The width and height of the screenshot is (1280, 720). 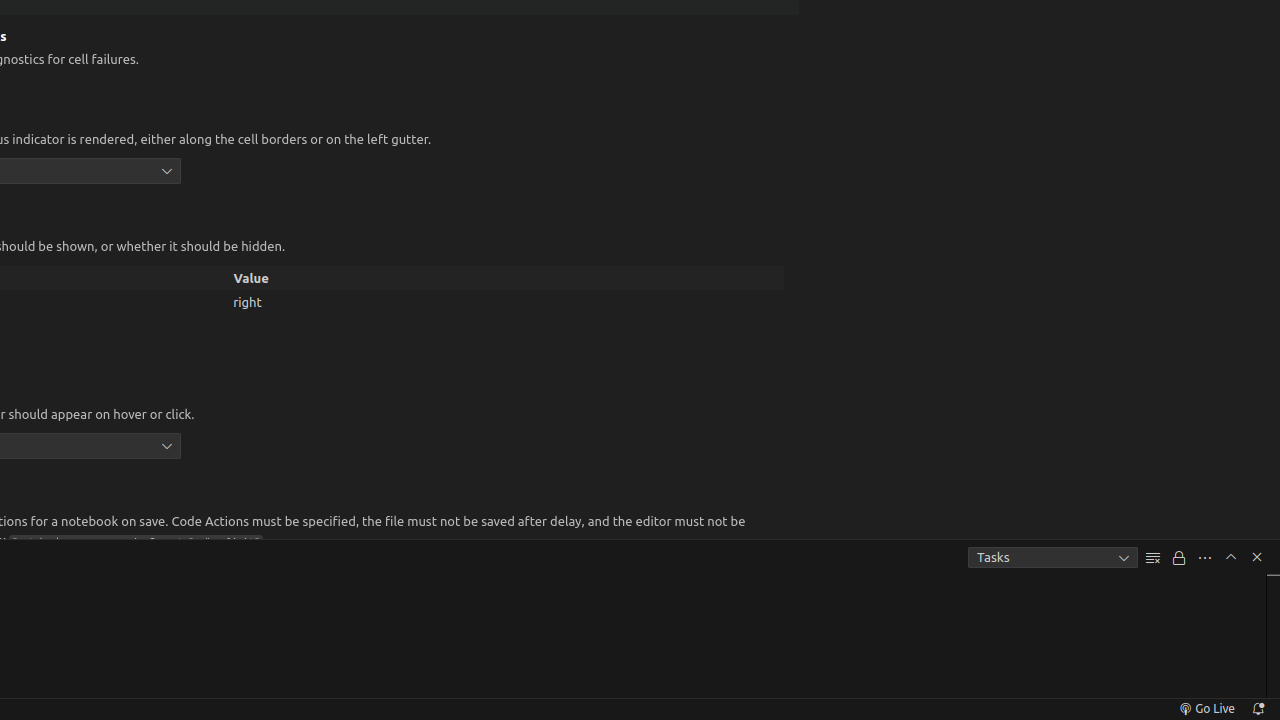 What do you see at coordinates (1179, 557) in the screenshot?
I see `'Turn Auto Scrolling Off'` at bounding box center [1179, 557].